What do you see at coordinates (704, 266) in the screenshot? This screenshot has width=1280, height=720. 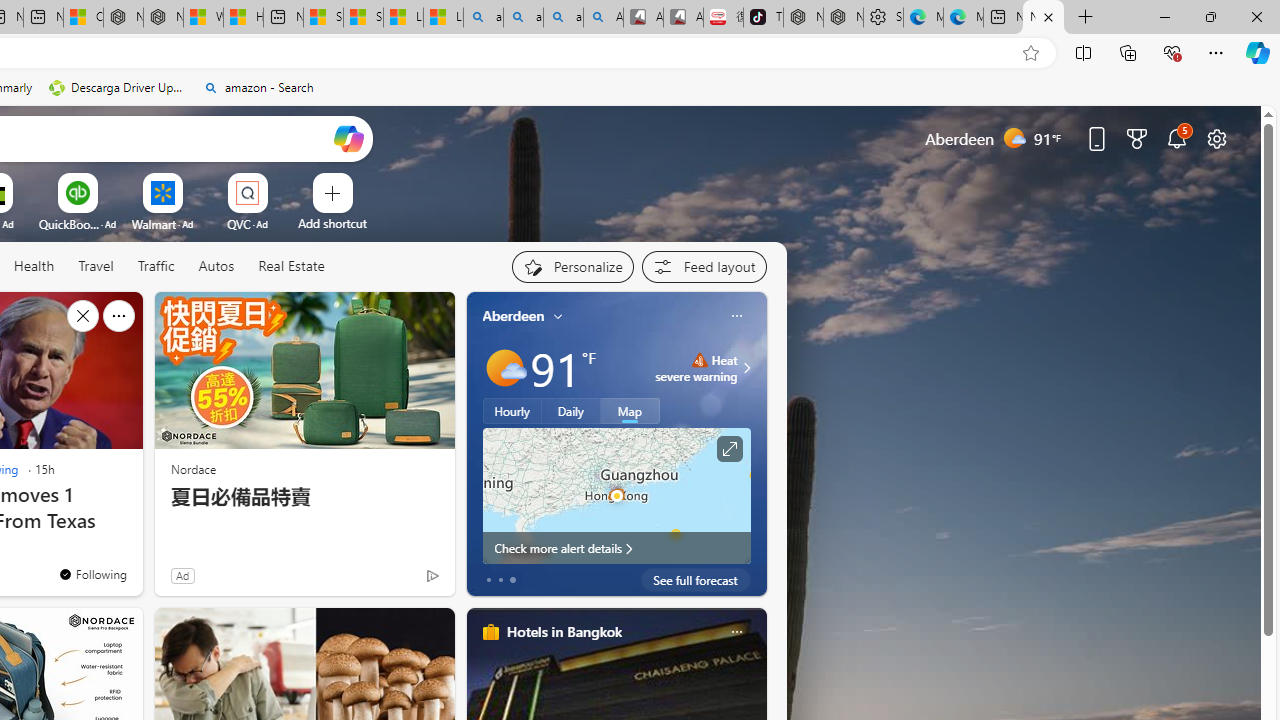 I see `'Feed settings'` at bounding box center [704, 266].